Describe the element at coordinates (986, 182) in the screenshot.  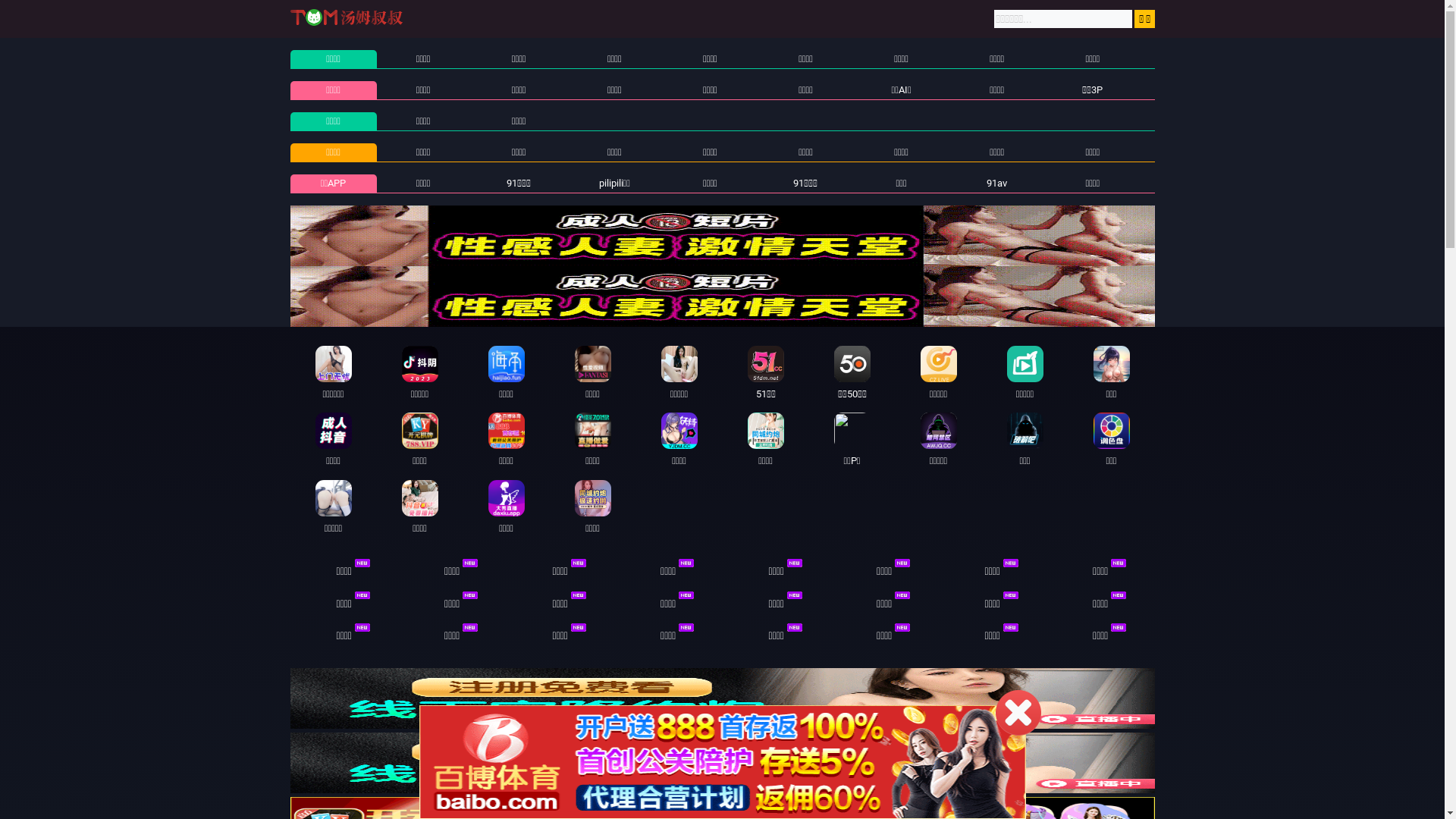
I see `'91av'` at that location.